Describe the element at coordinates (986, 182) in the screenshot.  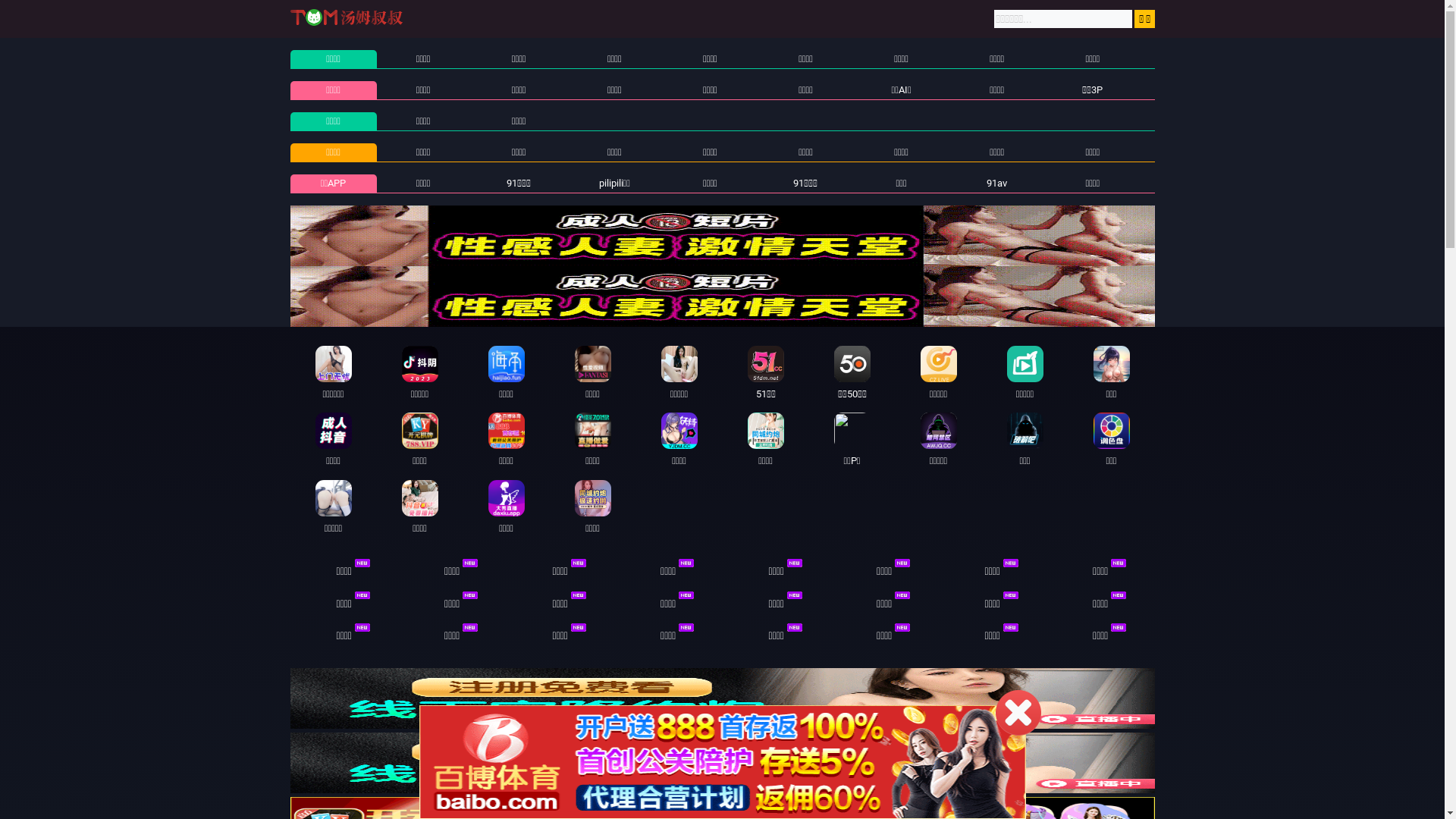
I see `'91av'` at that location.